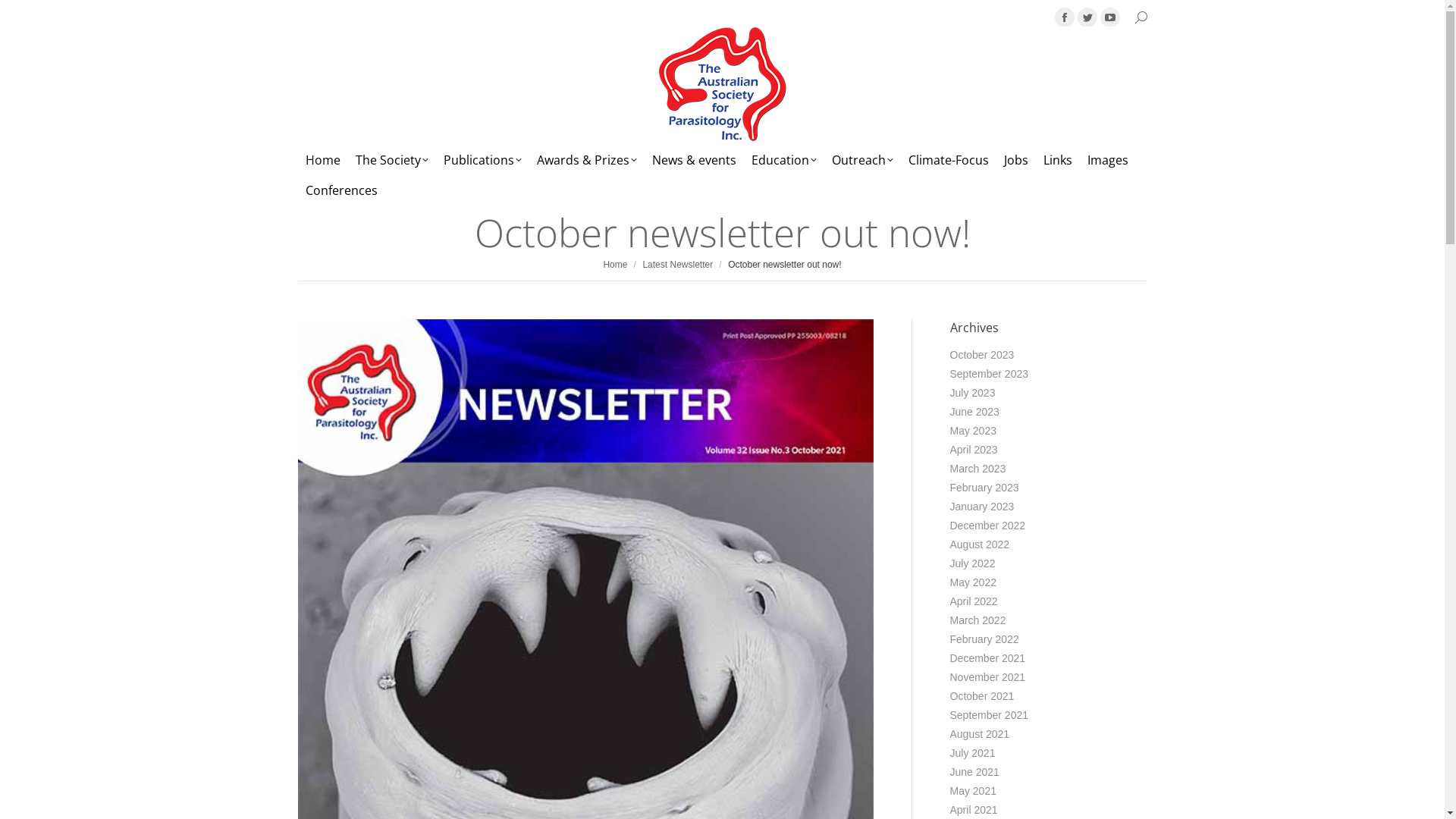  What do you see at coordinates (984, 488) in the screenshot?
I see `'February 2023'` at bounding box center [984, 488].